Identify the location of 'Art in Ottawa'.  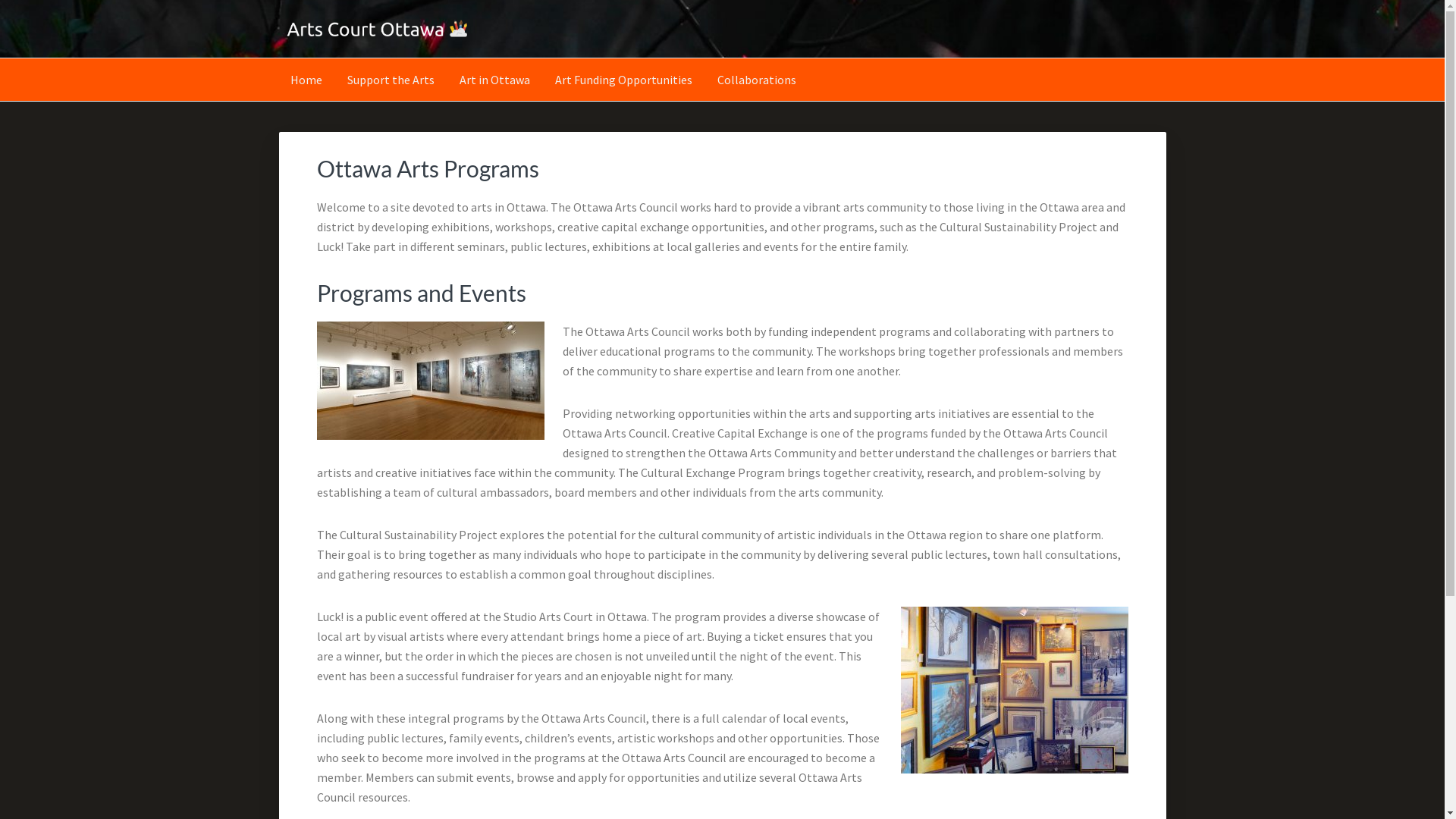
(494, 79).